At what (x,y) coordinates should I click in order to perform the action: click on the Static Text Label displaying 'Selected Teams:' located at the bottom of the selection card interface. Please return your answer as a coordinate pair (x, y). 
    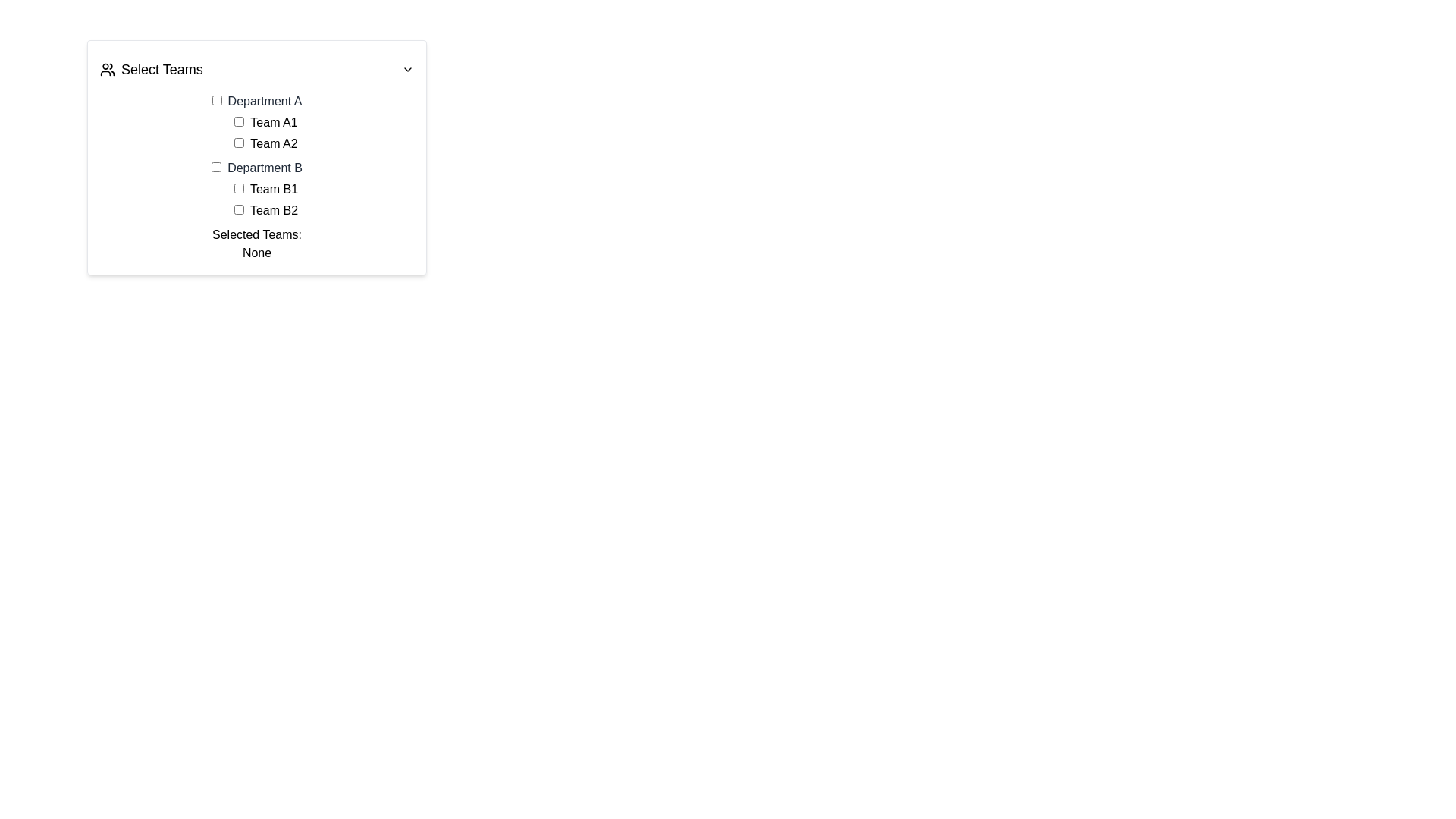
    Looking at the image, I should click on (257, 234).